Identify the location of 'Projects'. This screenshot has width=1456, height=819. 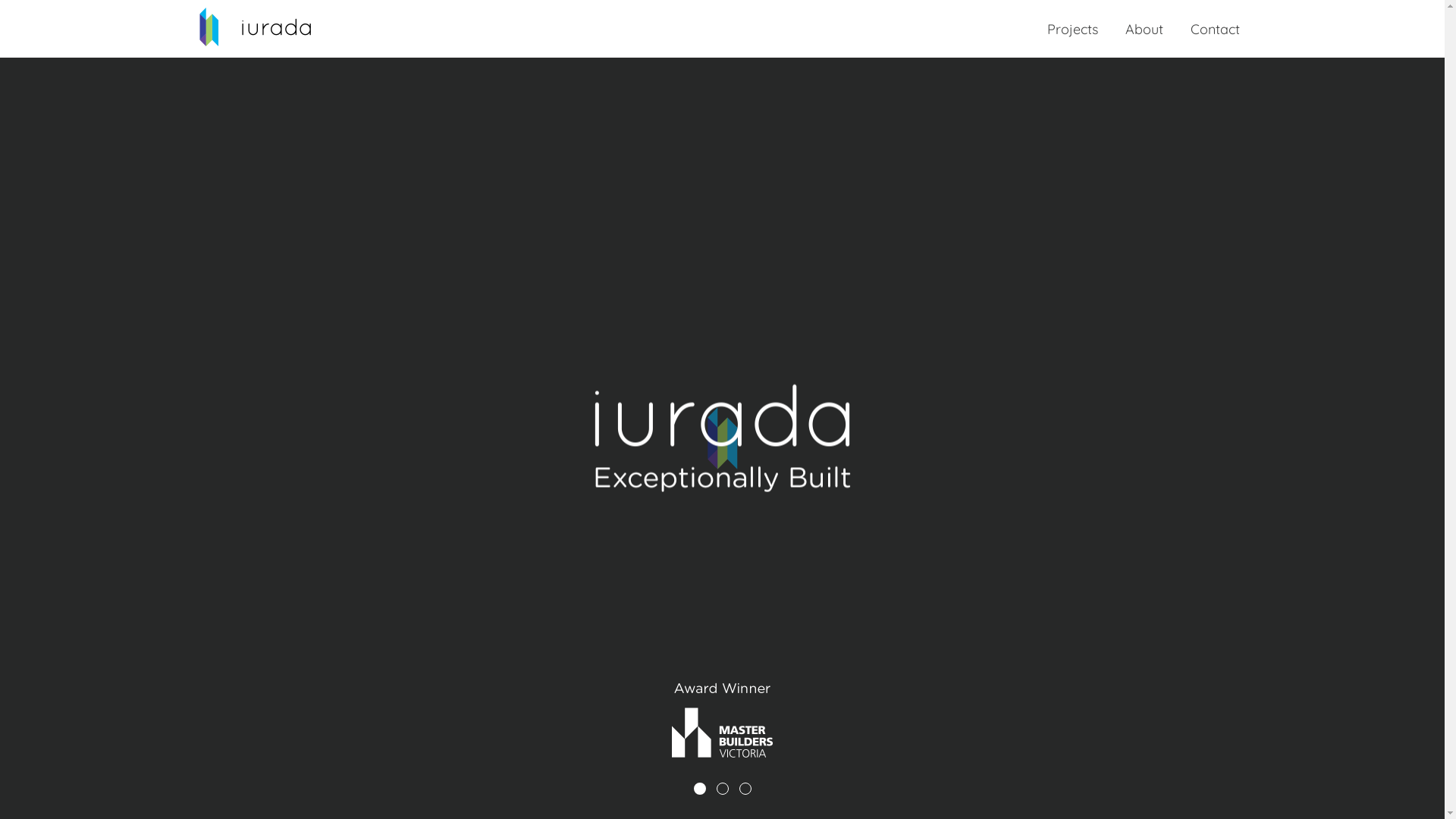
(1071, 29).